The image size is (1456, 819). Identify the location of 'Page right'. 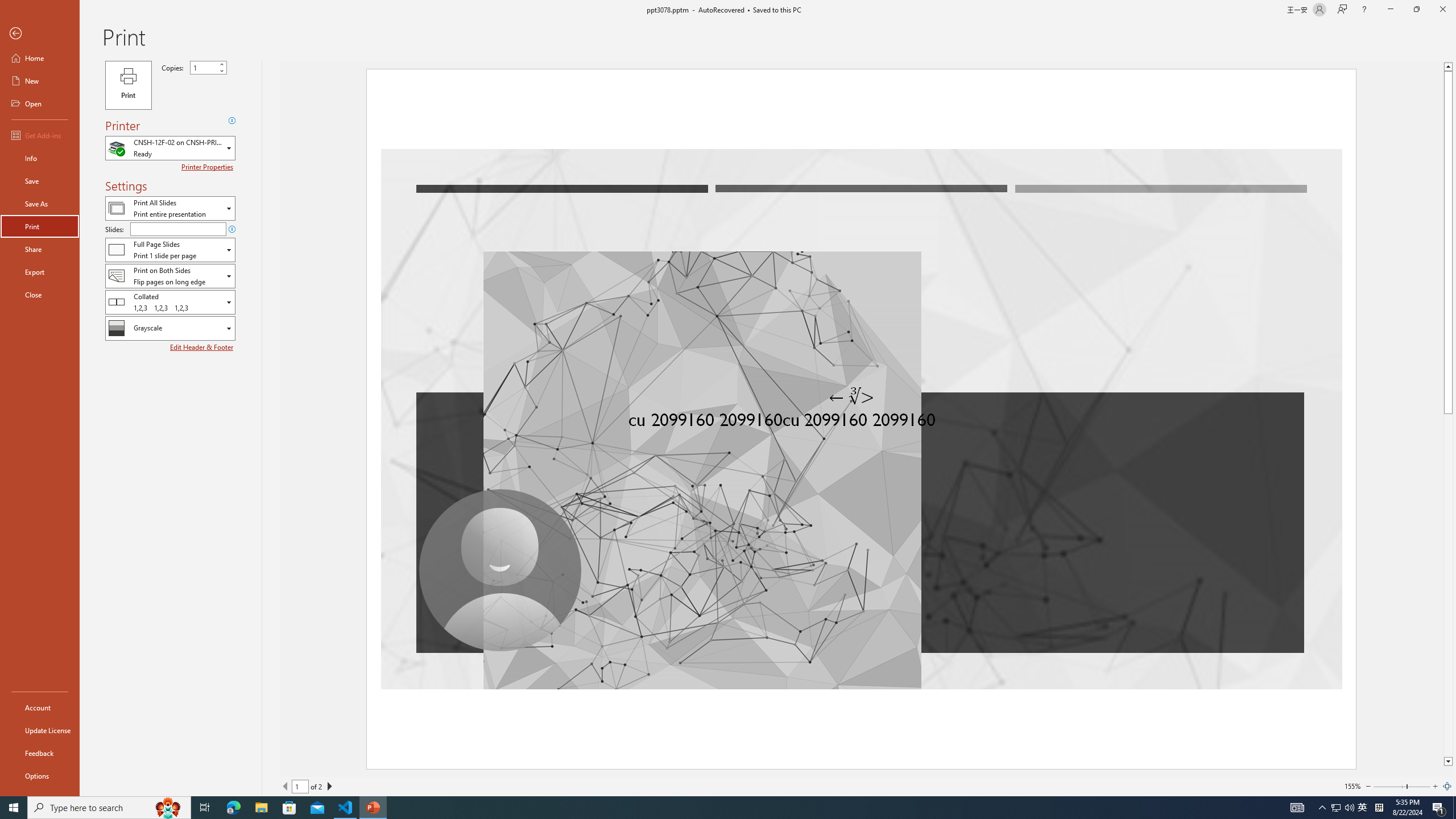
(1418, 786).